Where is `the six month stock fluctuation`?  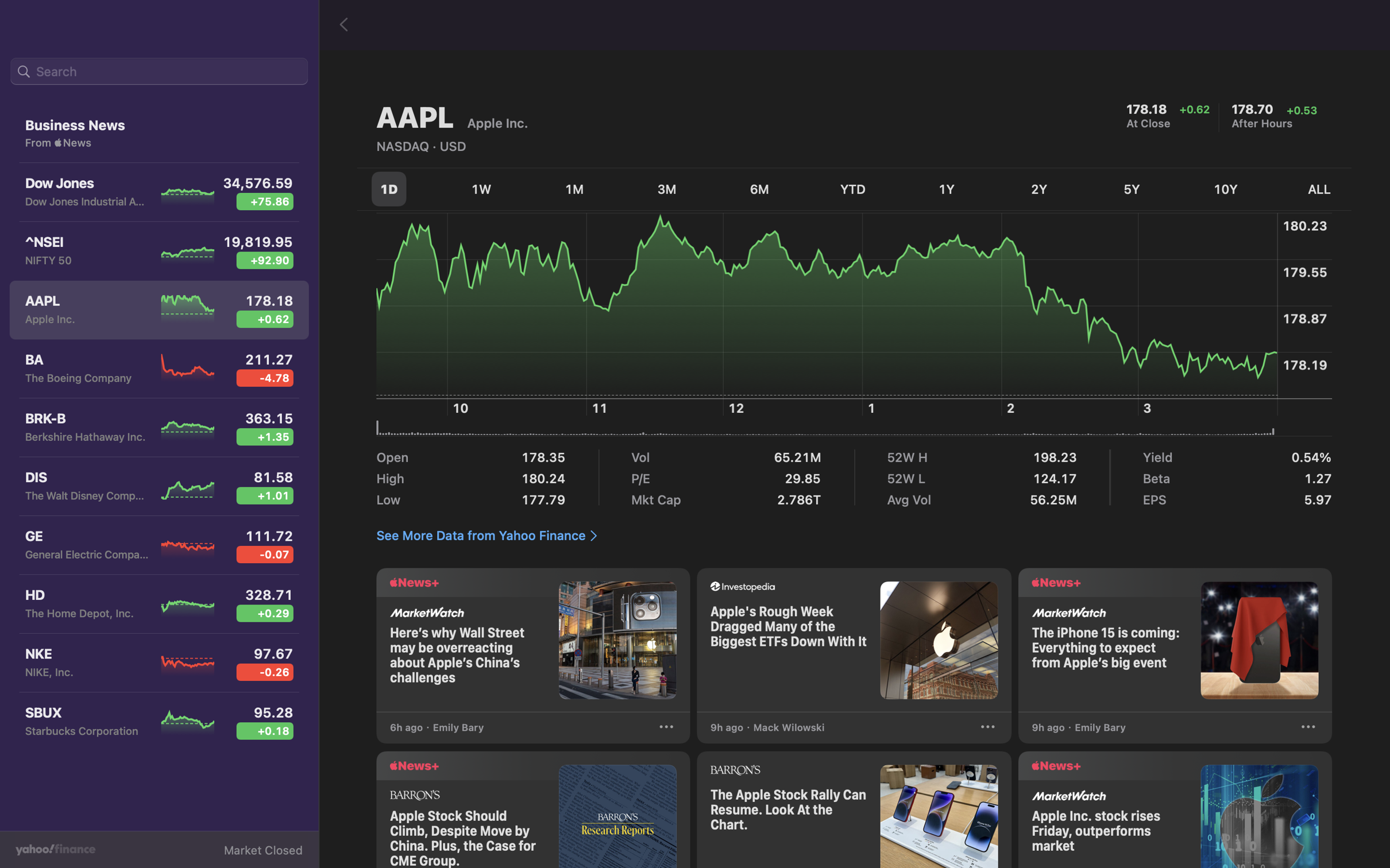
the six month stock fluctuation is located at coordinates (762, 187).